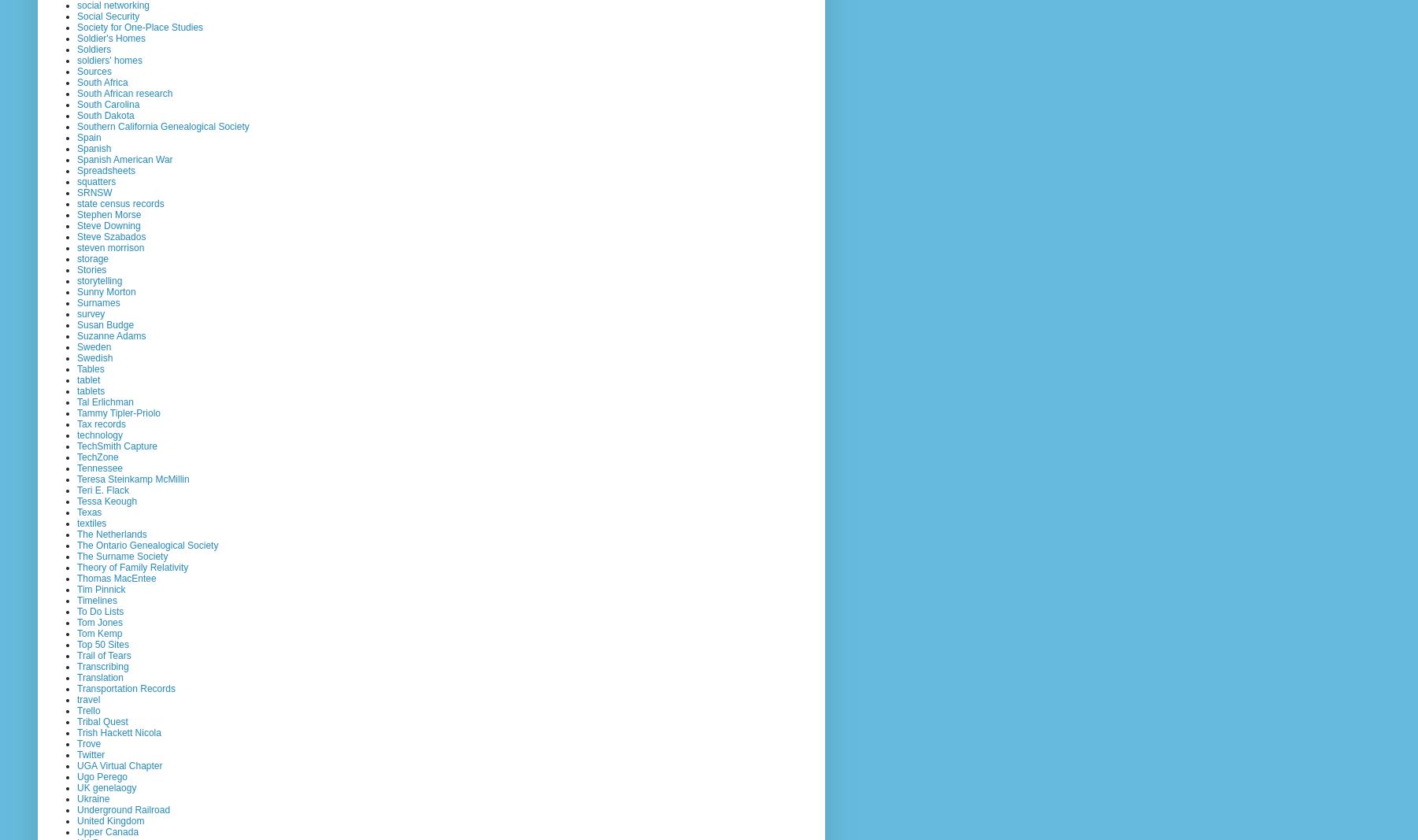 The image size is (1418, 840). I want to click on 'Tim Pinnick', so click(76, 587).